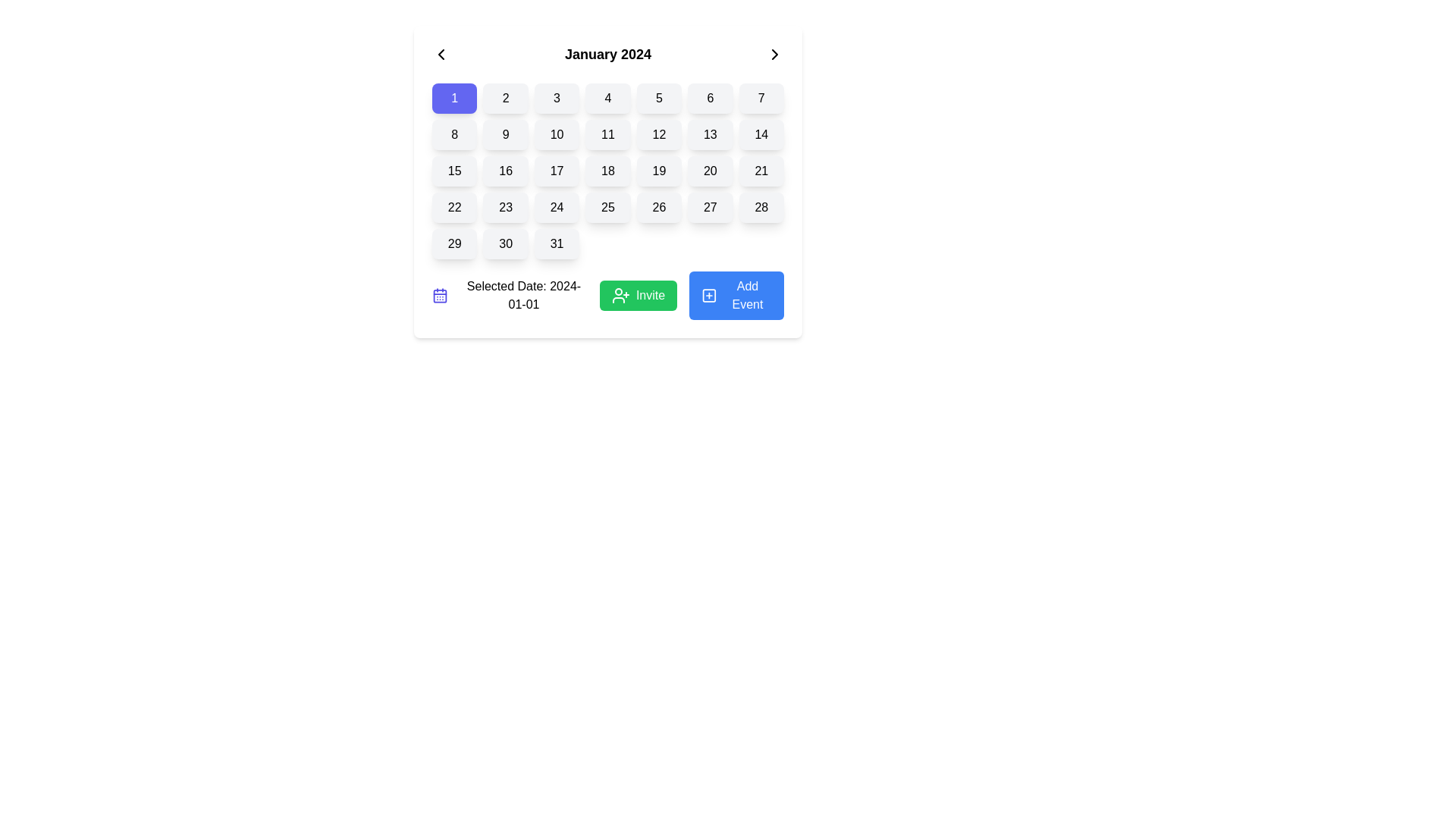 This screenshot has width=1456, height=819. I want to click on the button representing the 16th day in the calendar, so click(506, 171).